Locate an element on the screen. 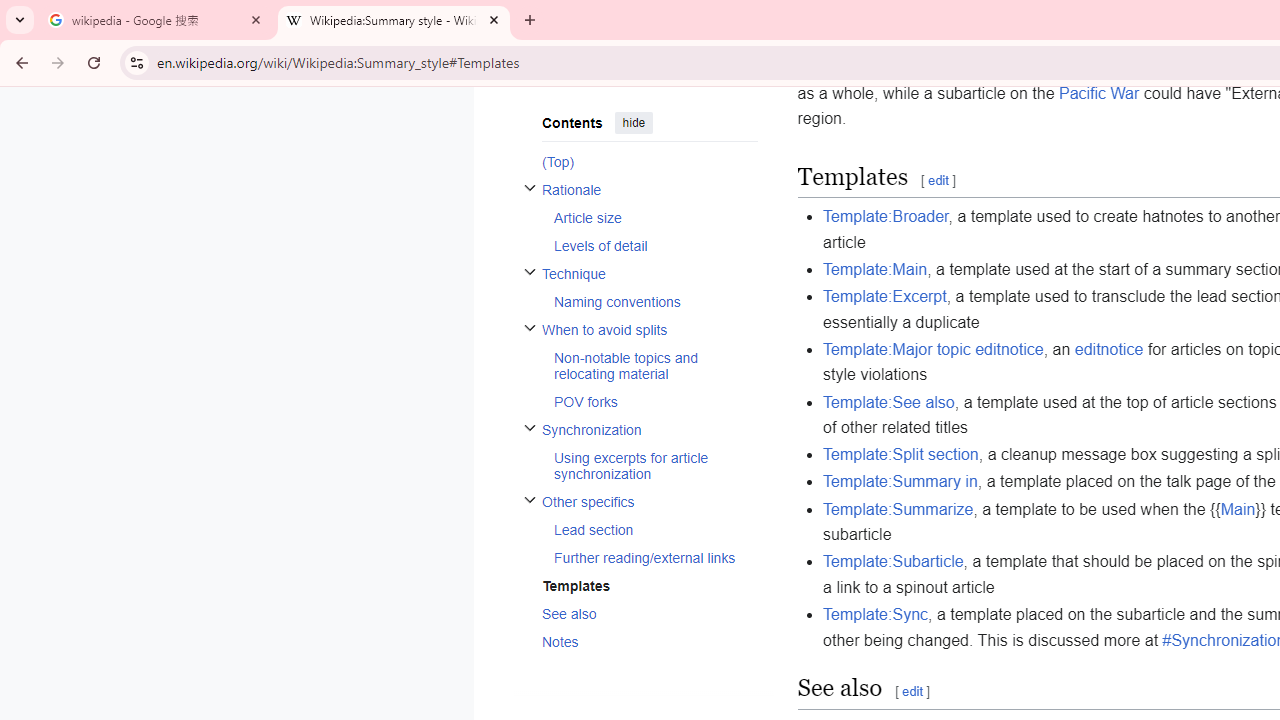 The width and height of the screenshot is (1280, 720). 'Template:Split section' is located at coordinates (900, 454).